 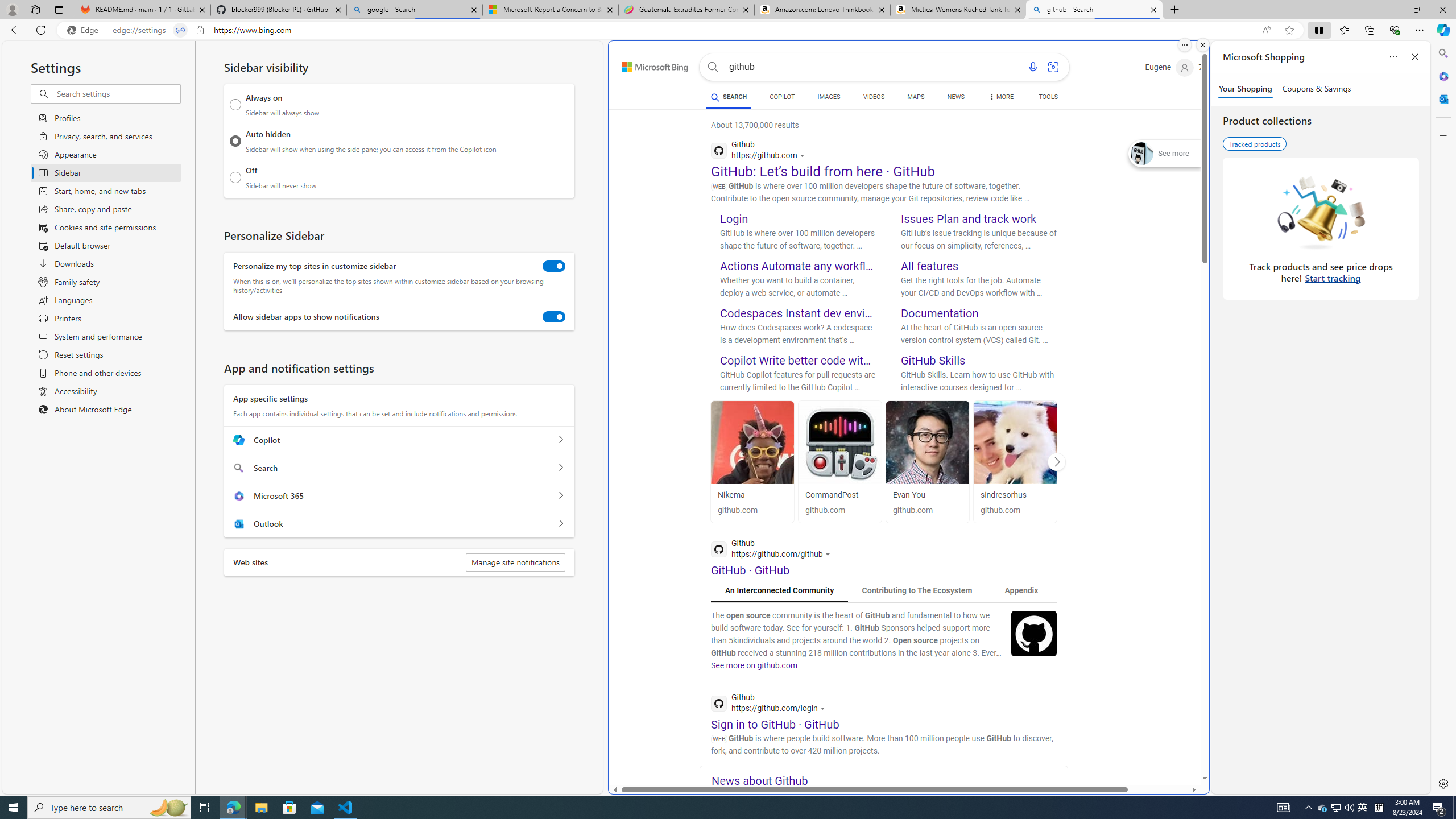 I want to click on 'Manage site notifications', so click(x=515, y=562).